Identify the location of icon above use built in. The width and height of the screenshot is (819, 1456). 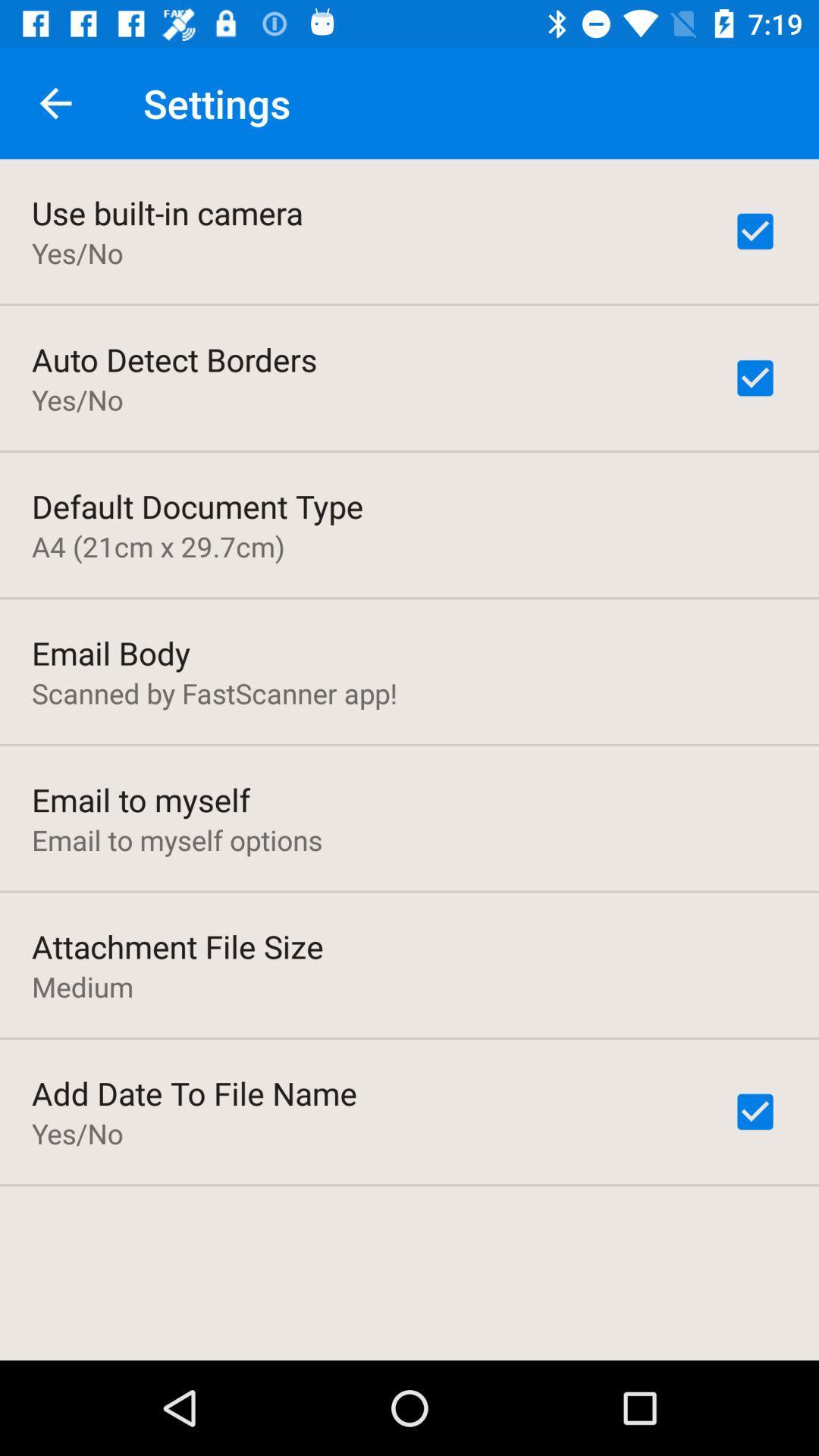
(55, 102).